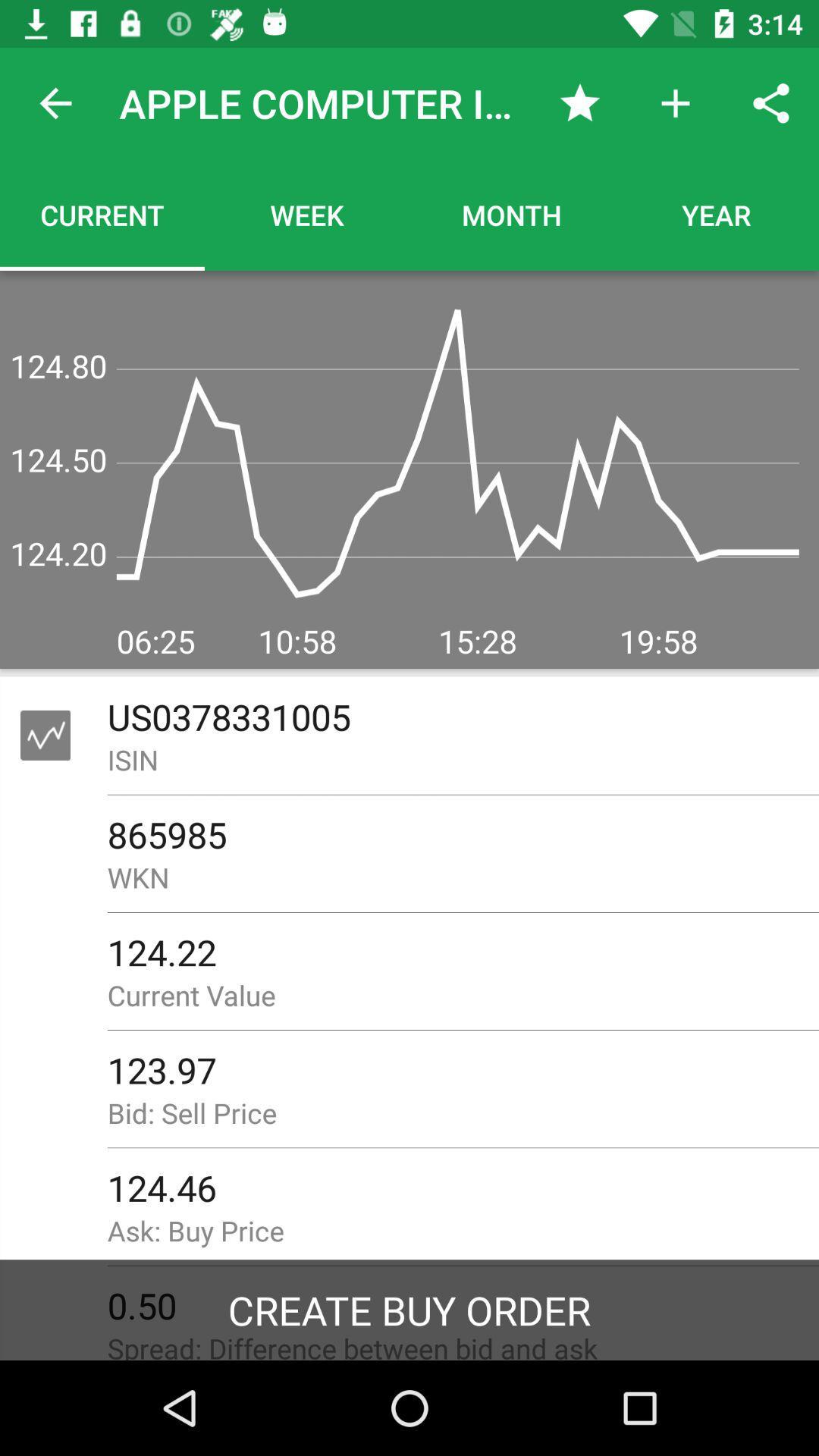 Image resolution: width=819 pixels, height=1456 pixels. Describe the element at coordinates (55, 102) in the screenshot. I see `the icon to the left of the apple computer inc.` at that location.